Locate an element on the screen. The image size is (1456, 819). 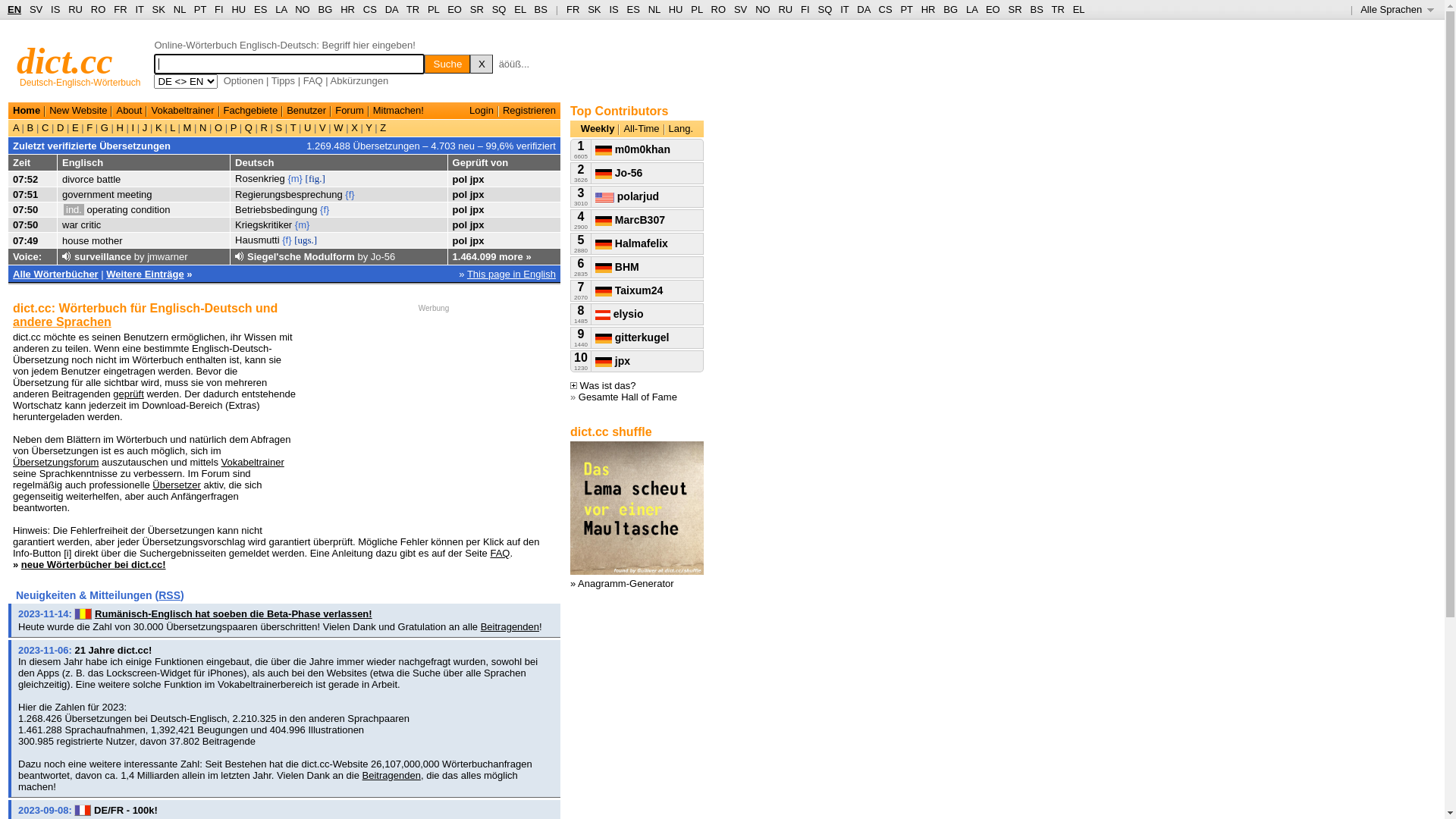
'house mother' is located at coordinates (91, 240).